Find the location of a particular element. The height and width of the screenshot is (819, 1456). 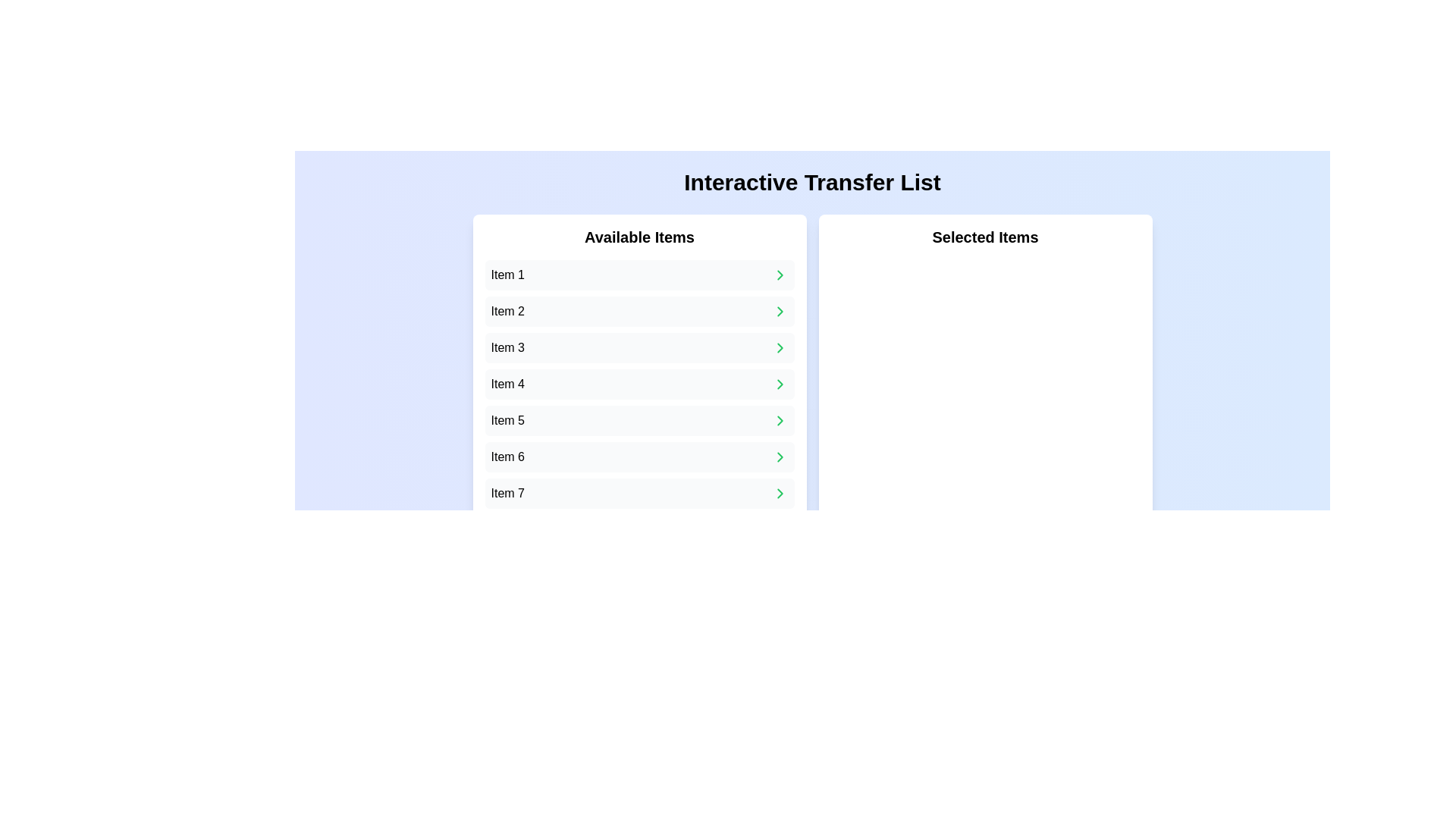

the text label displaying 'Item 1', which identifies the first item in the 'Available Items' list is located at coordinates (507, 275).